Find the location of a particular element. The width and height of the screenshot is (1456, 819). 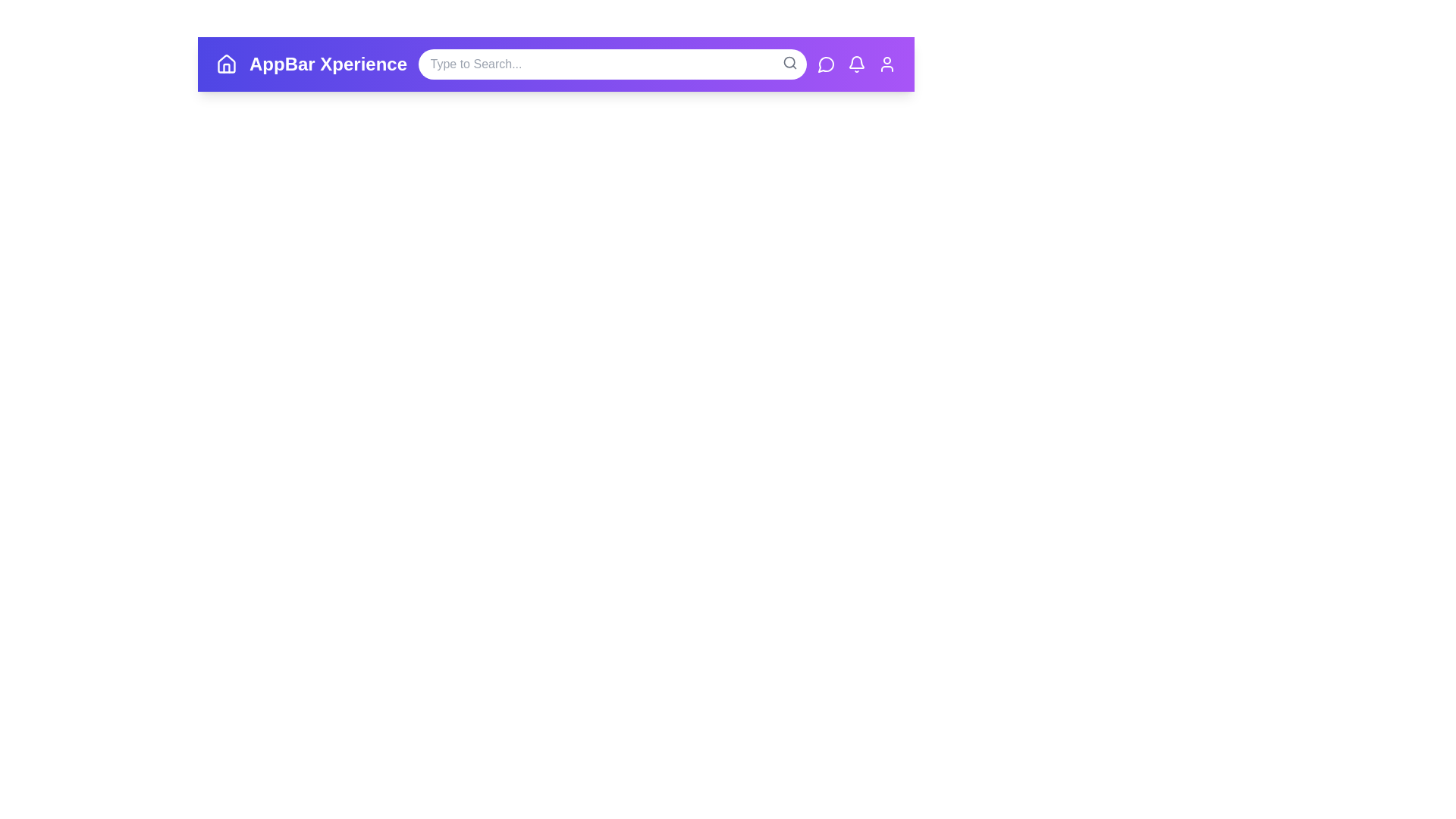

the messages icon in the app bar is located at coordinates (825, 63).